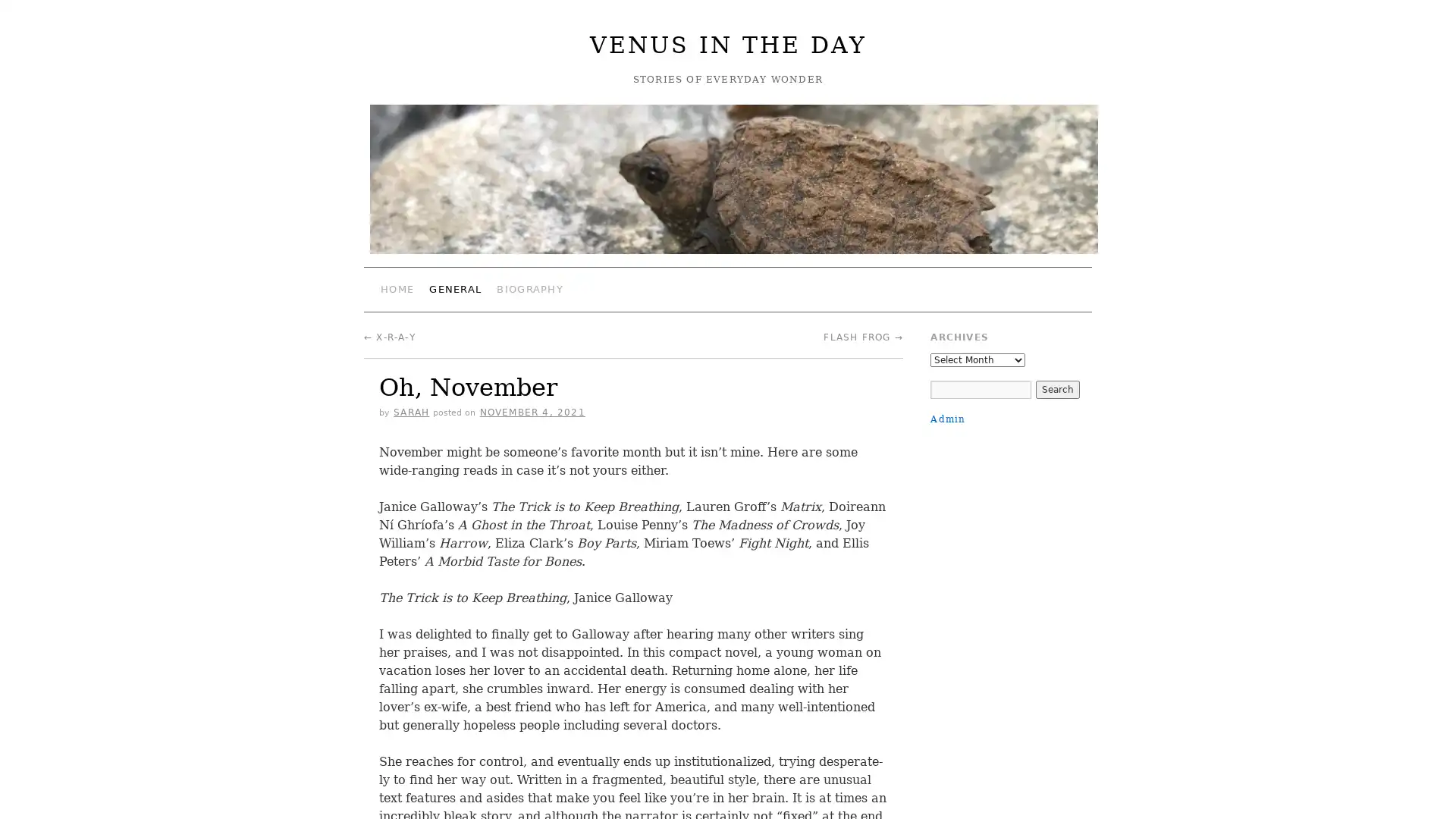 The height and width of the screenshot is (819, 1456). Describe the element at coordinates (1056, 388) in the screenshot. I see `Search` at that location.